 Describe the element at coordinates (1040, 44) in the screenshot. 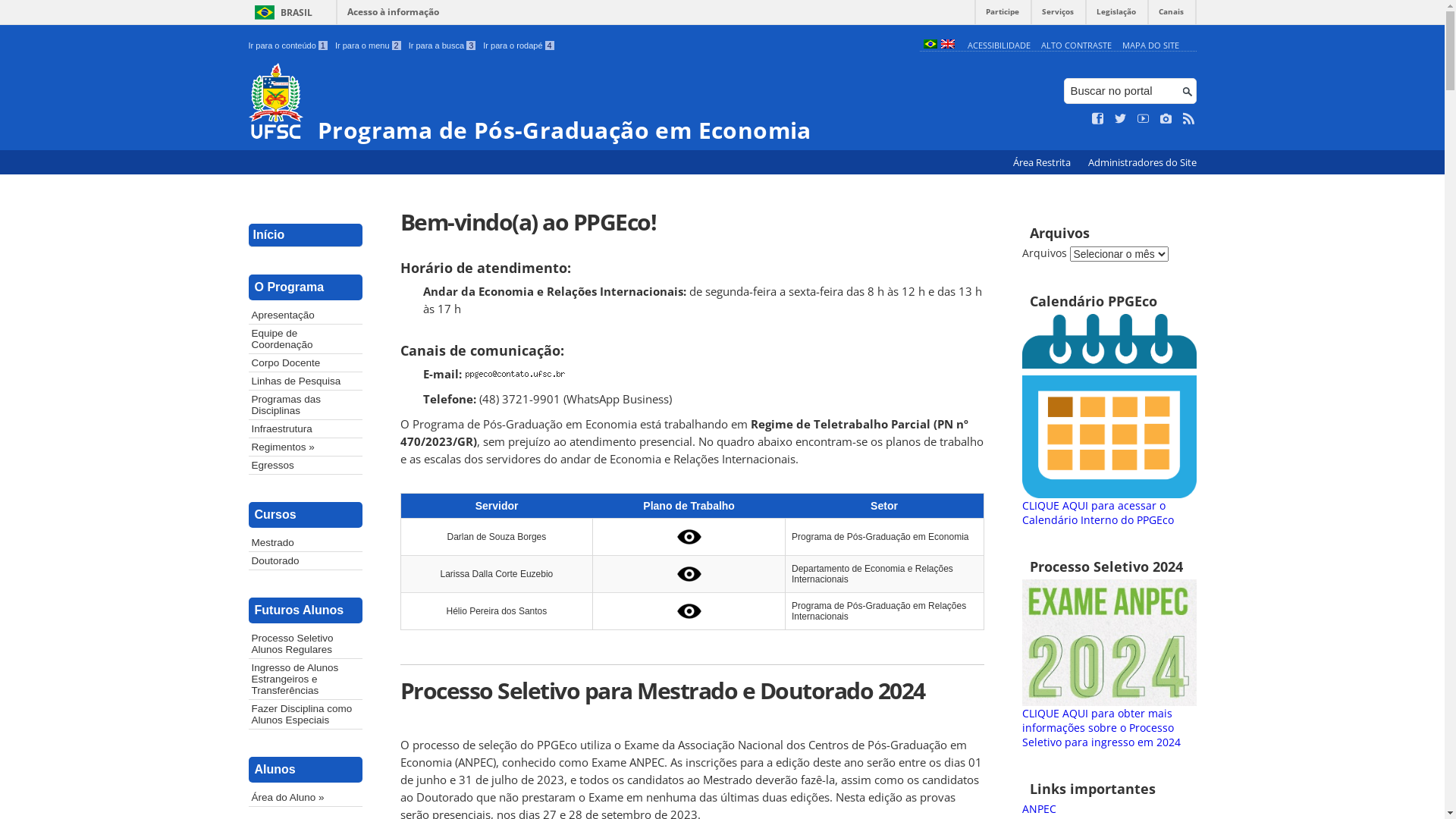

I see `'ALTO CONTRASTE'` at that location.